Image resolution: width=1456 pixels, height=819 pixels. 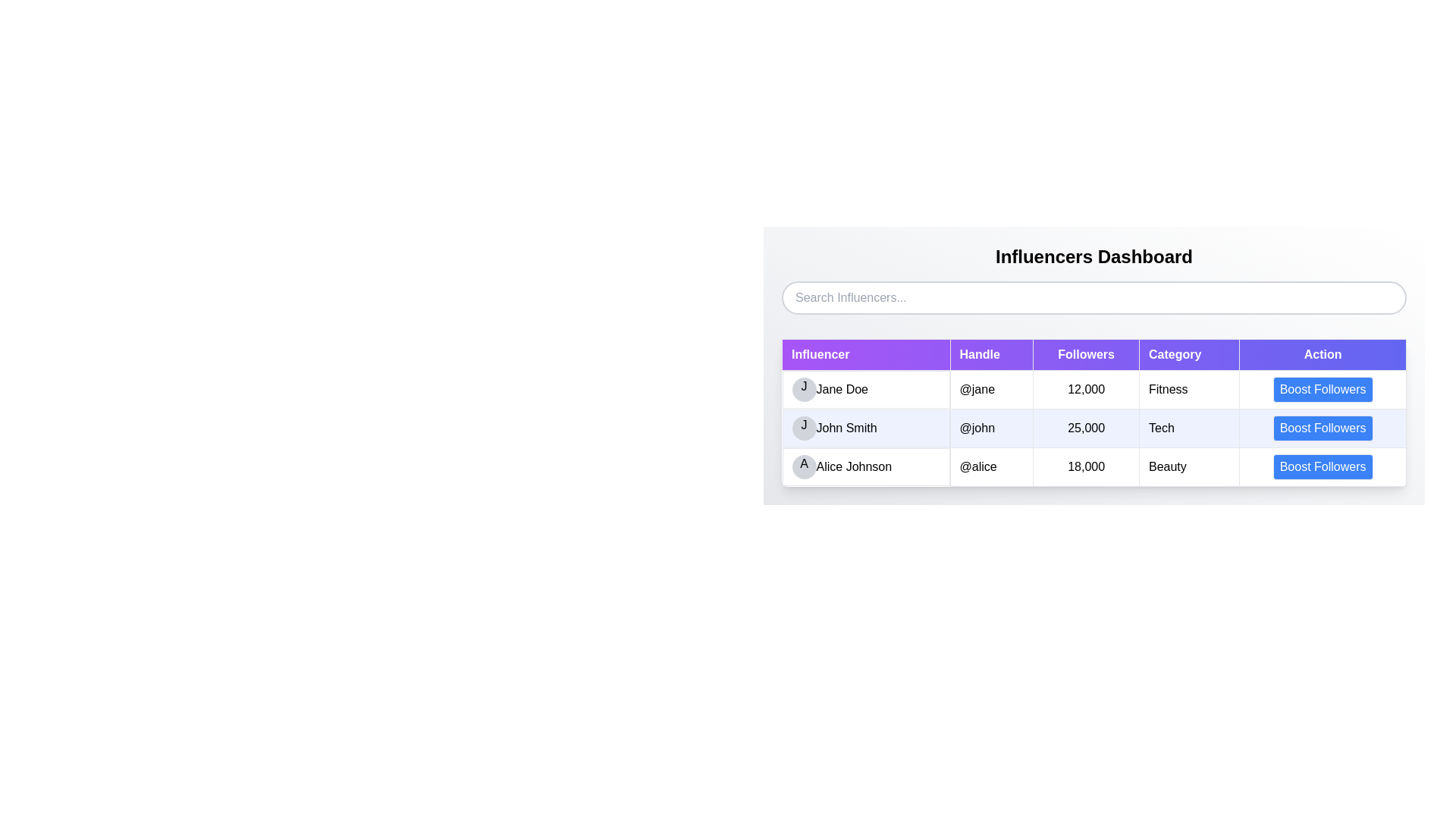 What do you see at coordinates (1321, 388) in the screenshot?
I see `the 'Boost Followers' button for the influencer '@jane' located in the 'Action' column of the Influencers Dashboard table` at bounding box center [1321, 388].